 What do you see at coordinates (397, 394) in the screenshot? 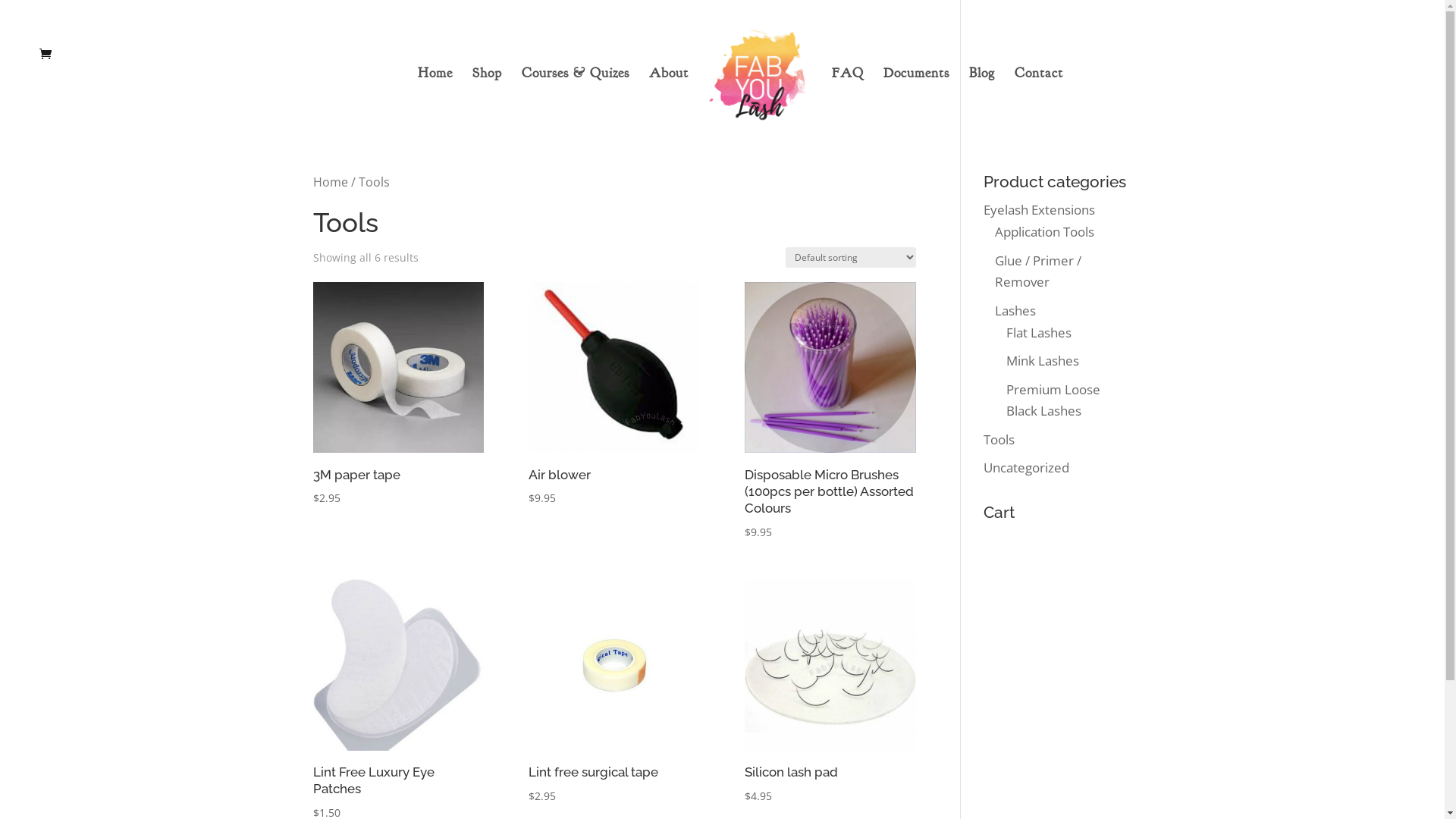
I see `'3M paper tape` at bounding box center [397, 394].